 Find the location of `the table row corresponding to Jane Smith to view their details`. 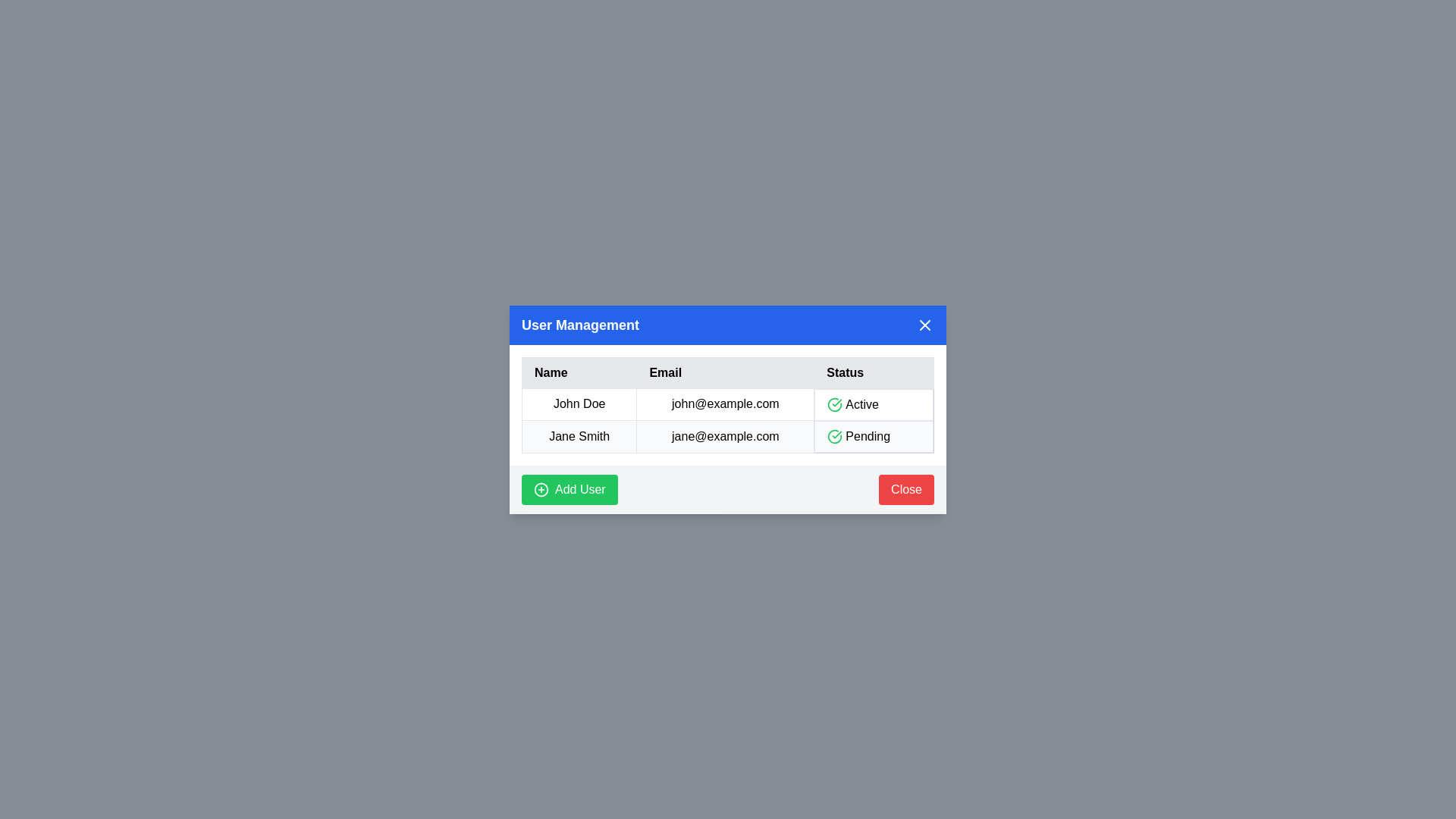

the table row corresponding to Jane Smith to view their details is located at coordinates (579, 436).